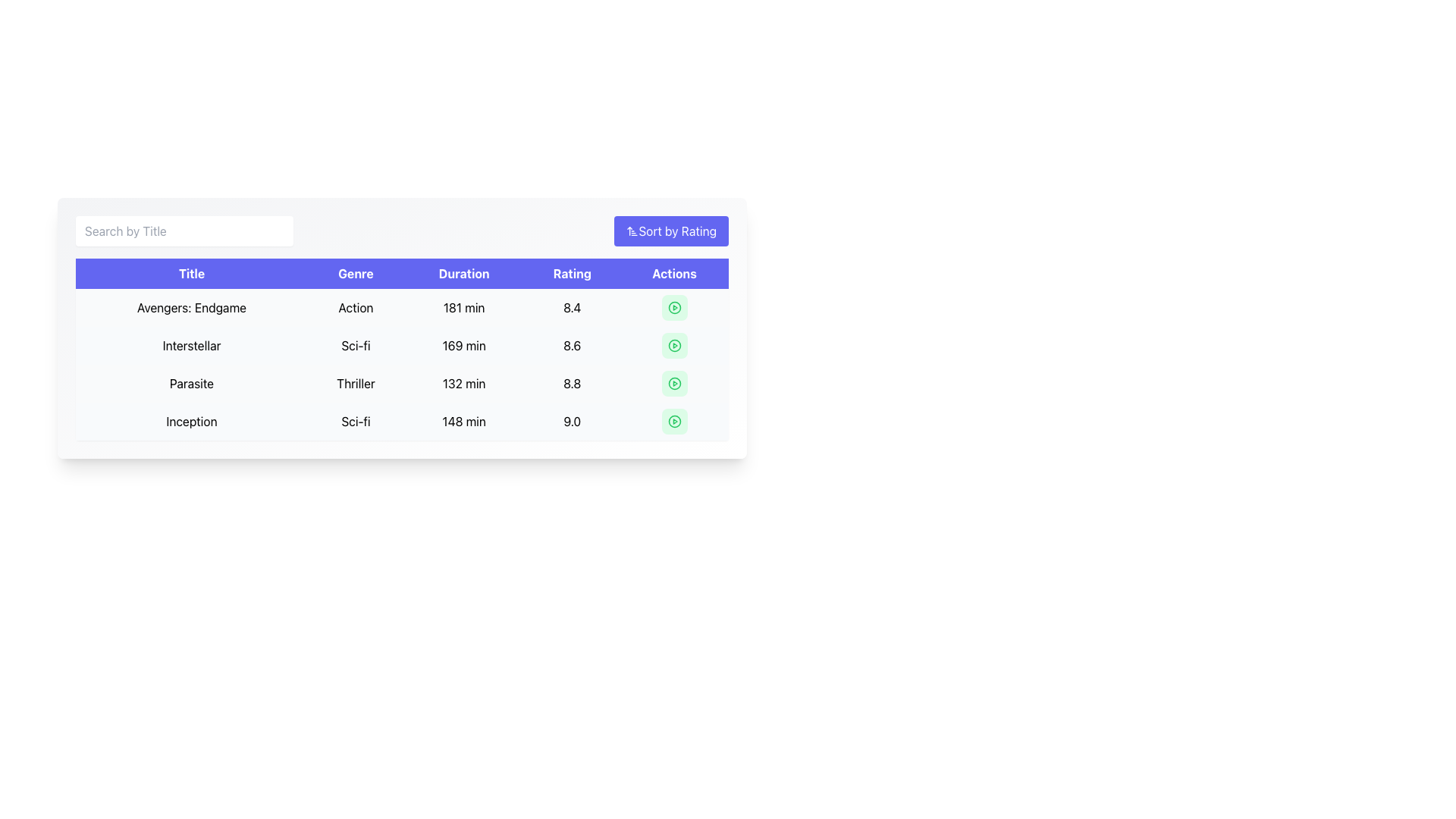  Describe the element at coordinates (355, 307) in the screenshot. I see `the static text label displaying 'Action' located under the 'Genre' column, which is the second cell aligned with 'Avengers: Endgame' in the 'Title' column` at that location.